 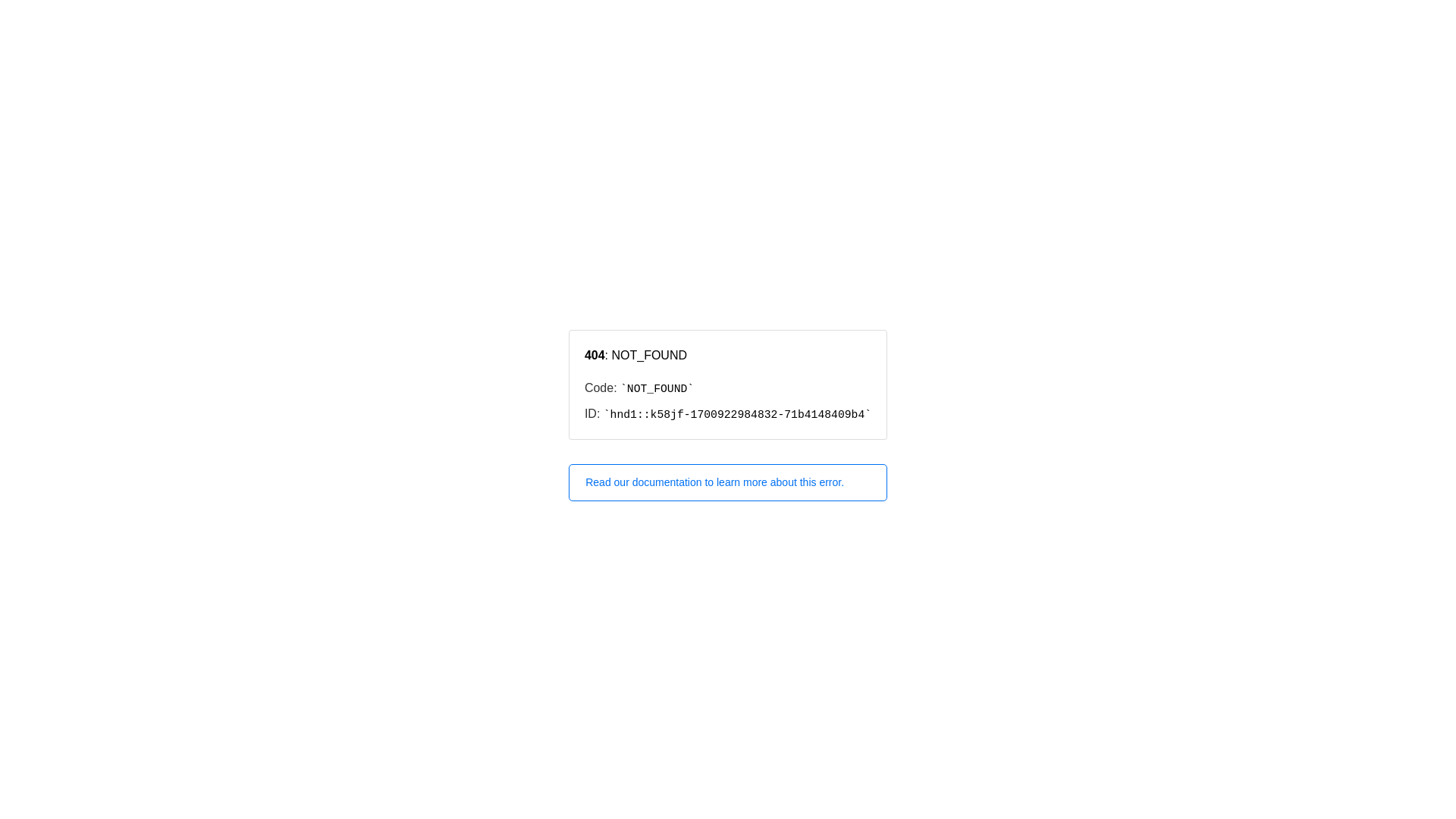 I want to click on 'Read our documentation to learn more about this error.', so click(x=728, y=482).